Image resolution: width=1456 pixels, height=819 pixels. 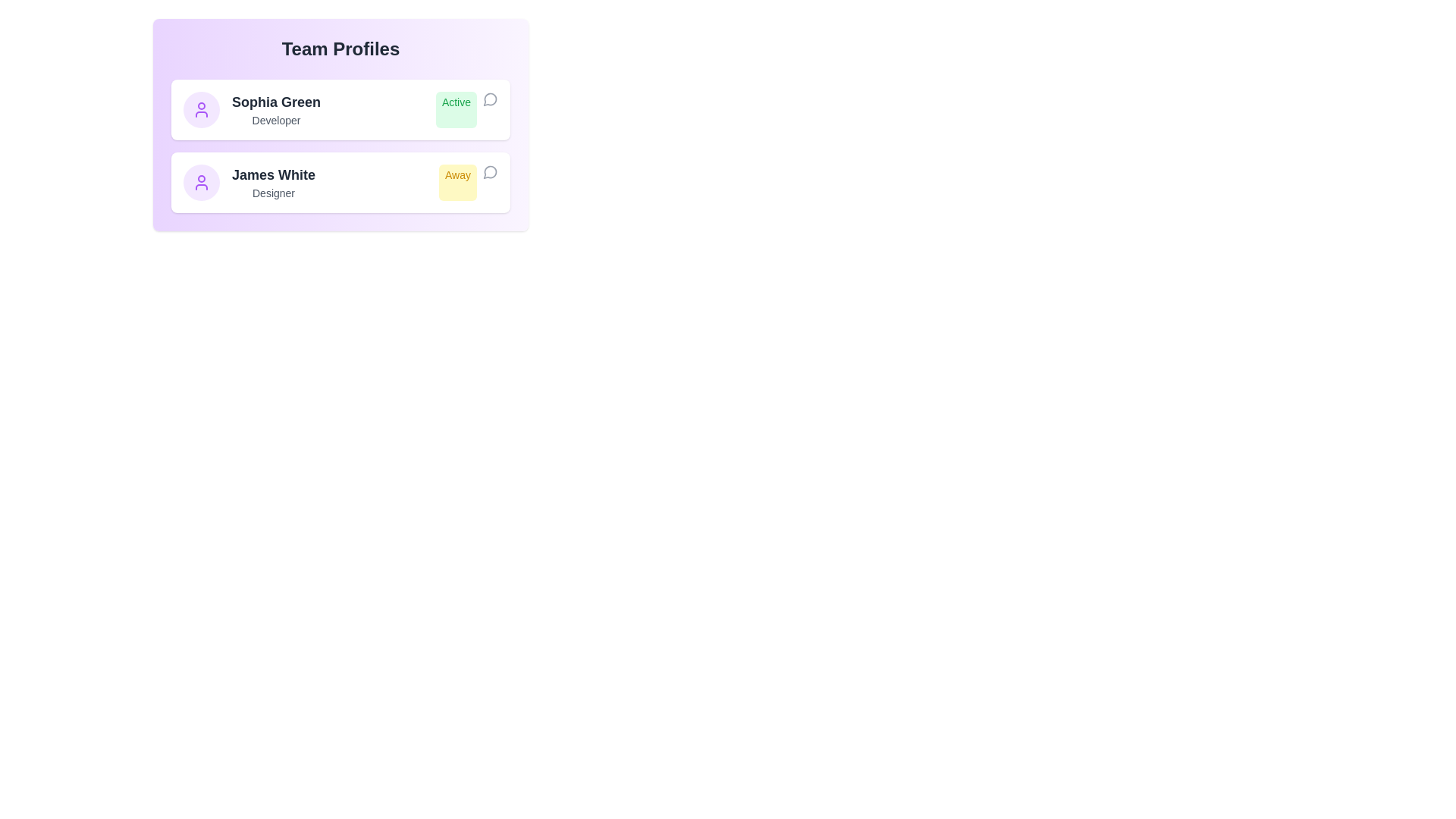 I want to click on the text block displaying 'Sophia Green' and 'Developer' located in the first row of the team profiles list, so click(x=276, y=109).